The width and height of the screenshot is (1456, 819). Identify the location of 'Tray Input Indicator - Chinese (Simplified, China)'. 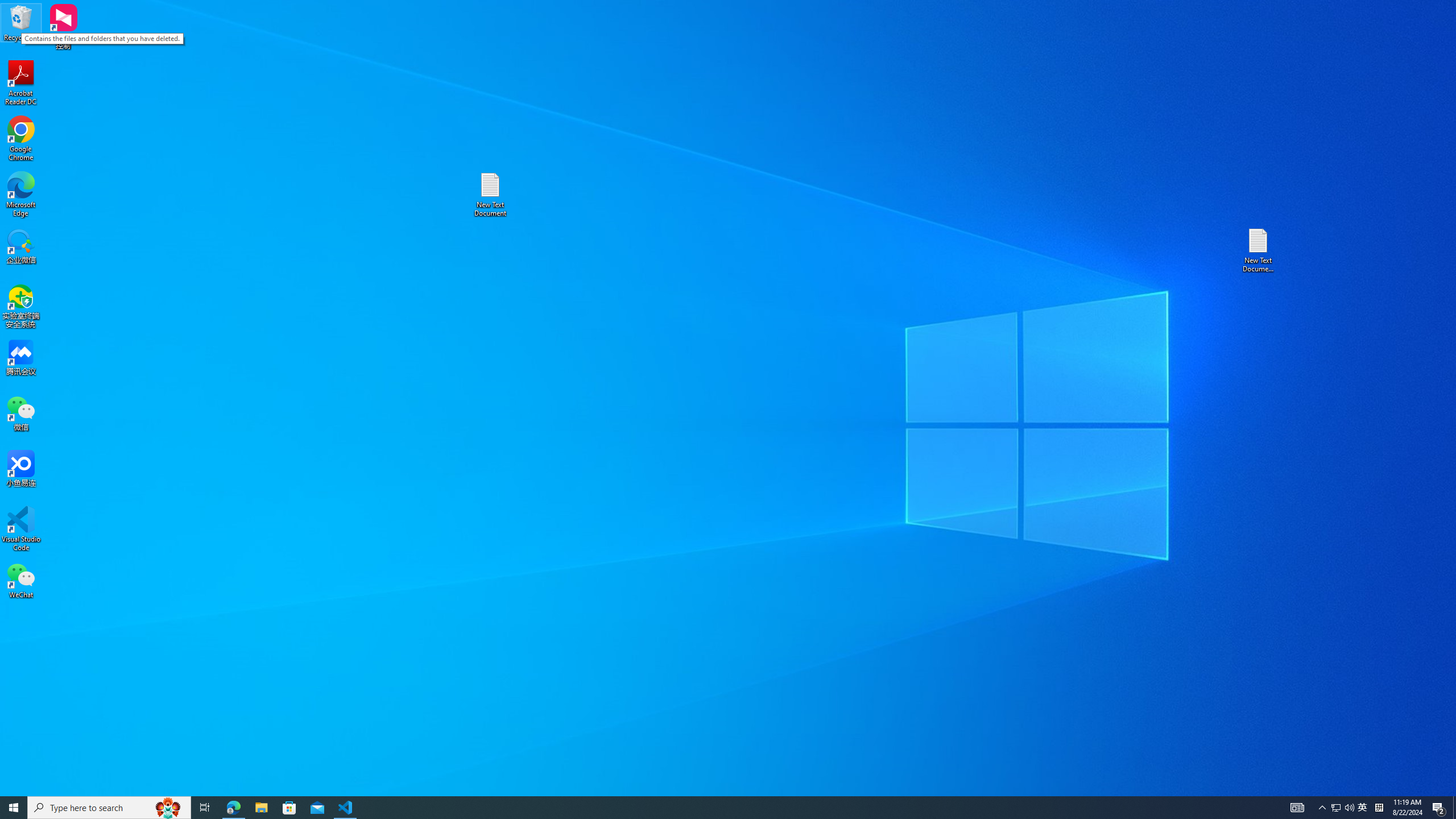
(1342, 806).